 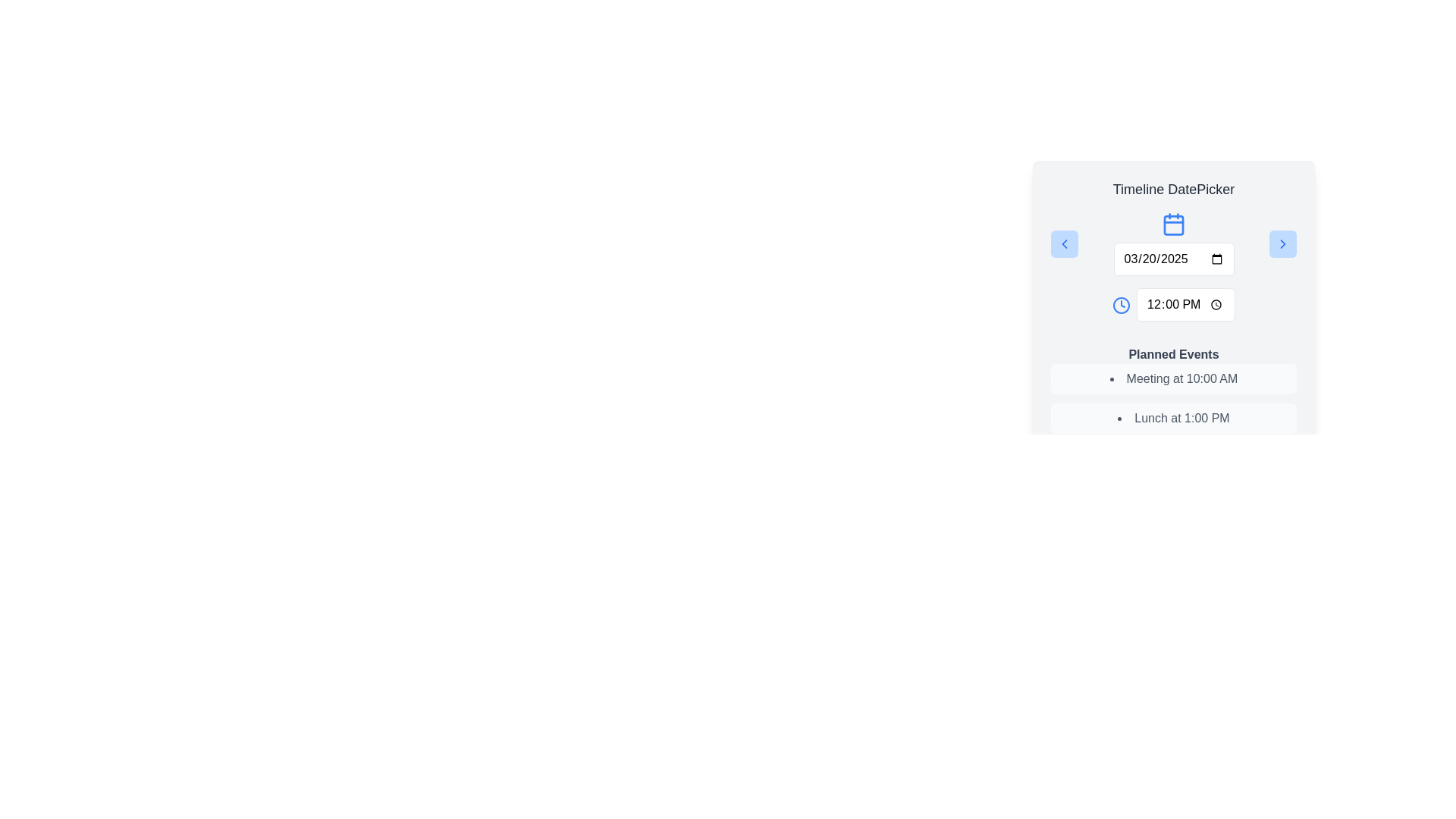 I want to click on the blue calendar icon at the top center of the date and time management widget, so click(x=1173, y=224).